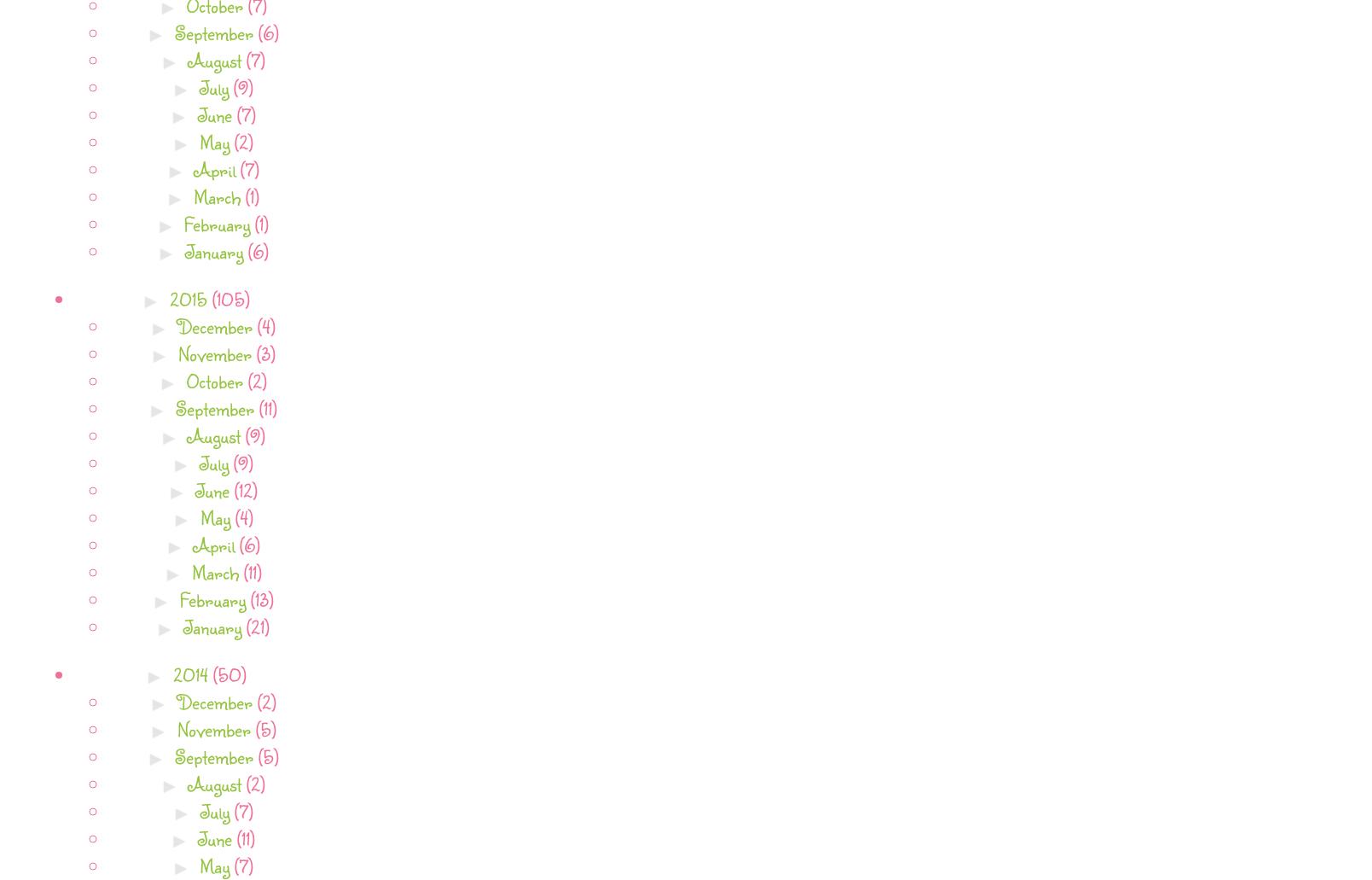  I want to click on '(50)', so click(229, 673).